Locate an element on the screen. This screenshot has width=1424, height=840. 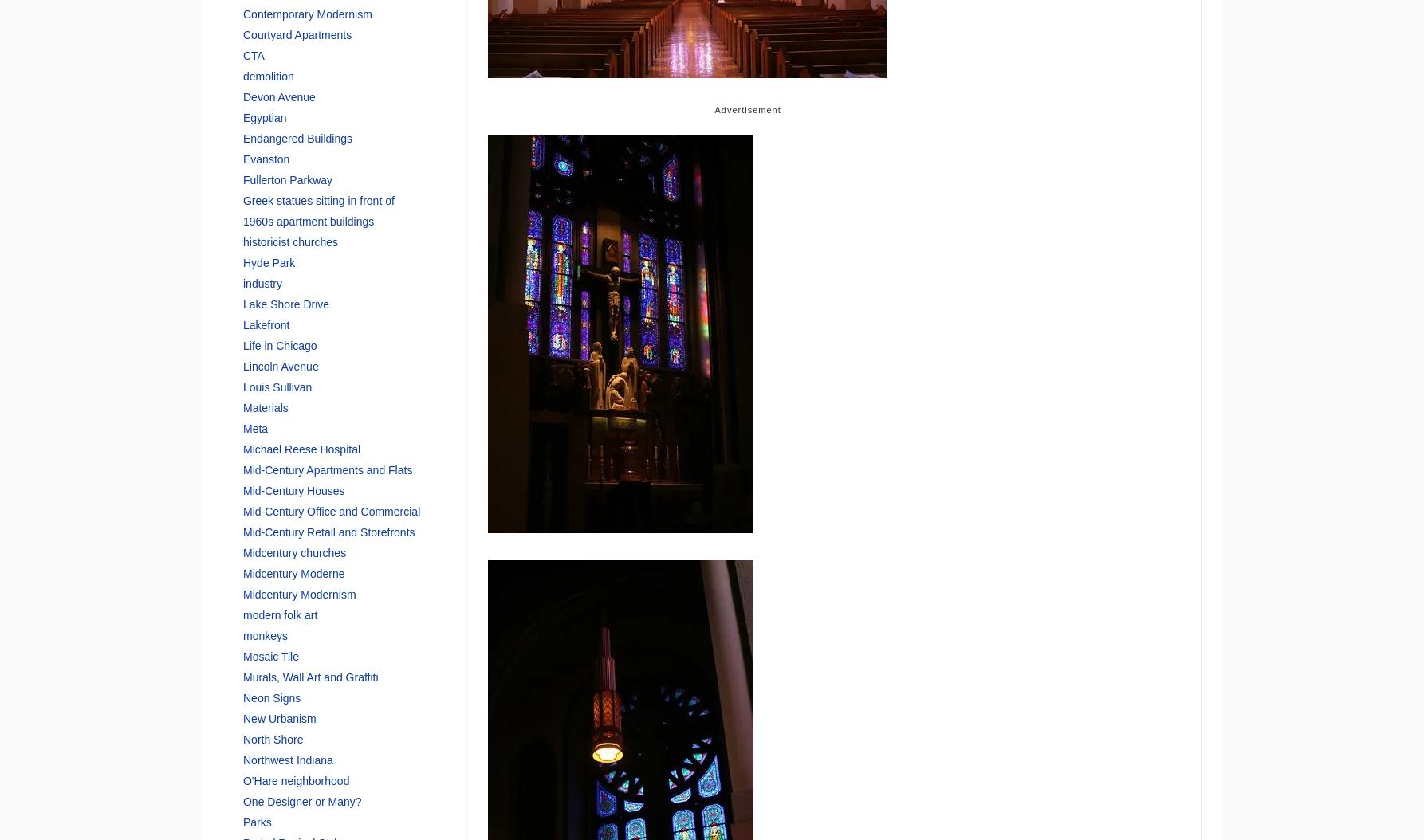
'Mid-Century Retail and Storefronts' is located at coordinates (328, 531).